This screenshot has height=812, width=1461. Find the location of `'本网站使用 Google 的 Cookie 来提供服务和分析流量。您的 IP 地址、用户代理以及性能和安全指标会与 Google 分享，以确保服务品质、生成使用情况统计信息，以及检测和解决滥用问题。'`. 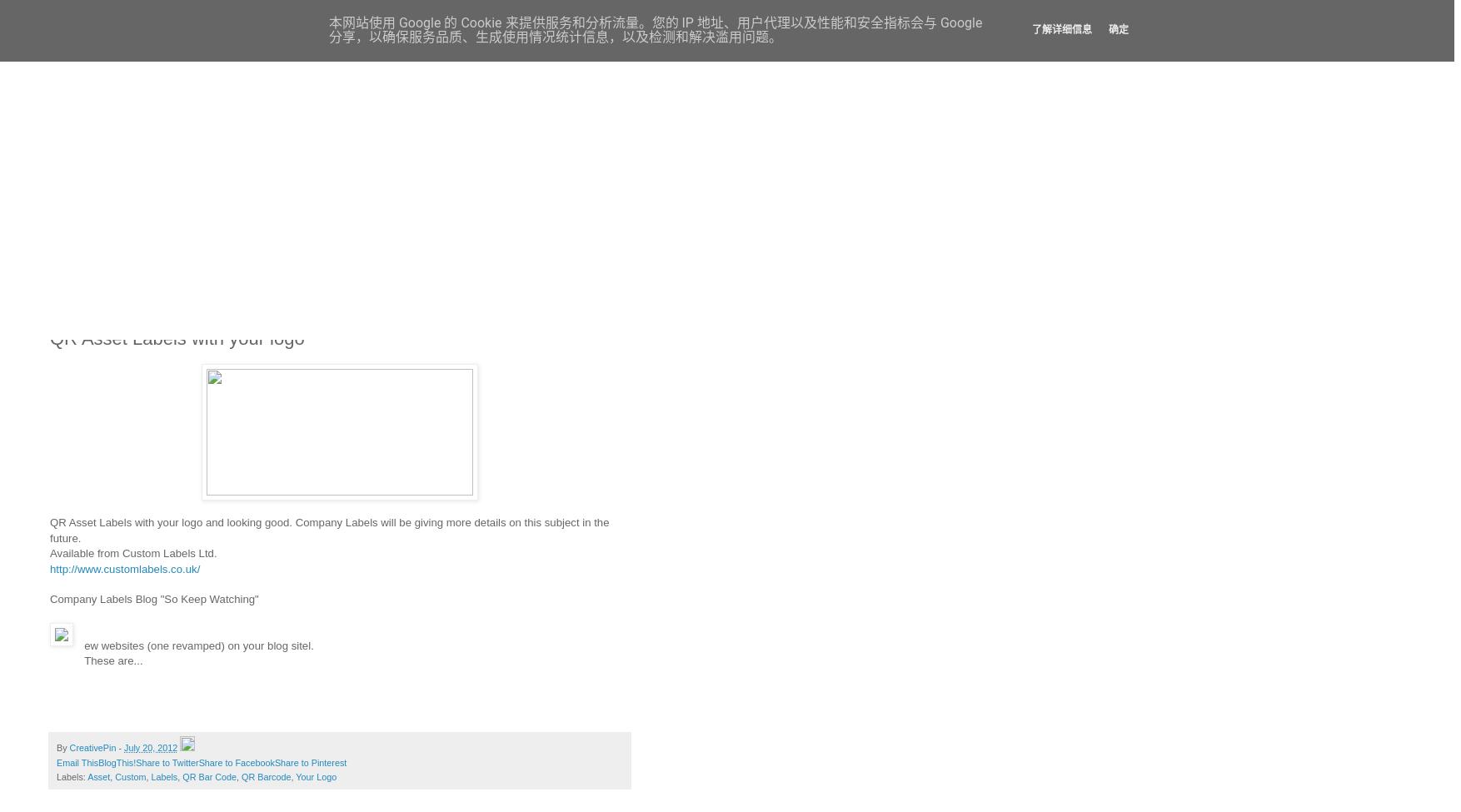

'本网站使用 Google 的 Cookie 来提供服务和分析流量。您的 IP 地址、用户代理以及性能和安全指标会与 Google 分享，以确保服务品质、生成使用情况统计信息，以及检测和解决滥用问题。' is located at coordinates (656, 29).